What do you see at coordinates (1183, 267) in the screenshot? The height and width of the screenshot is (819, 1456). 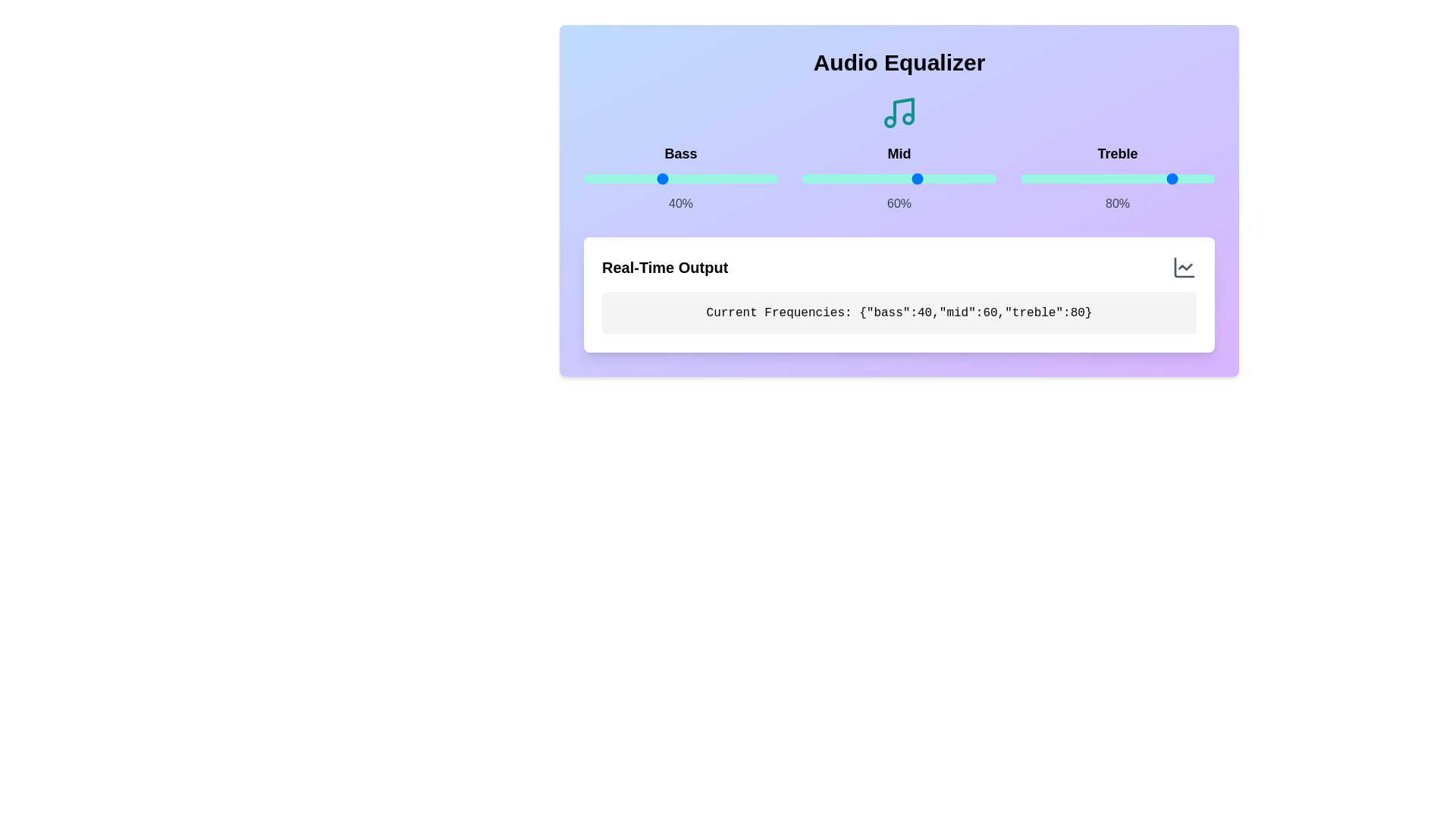 I see `the minimalistic line chart icon located in the bottom-right corner of the 'Real-Time Output' section` at bounding box center [1183, 267].